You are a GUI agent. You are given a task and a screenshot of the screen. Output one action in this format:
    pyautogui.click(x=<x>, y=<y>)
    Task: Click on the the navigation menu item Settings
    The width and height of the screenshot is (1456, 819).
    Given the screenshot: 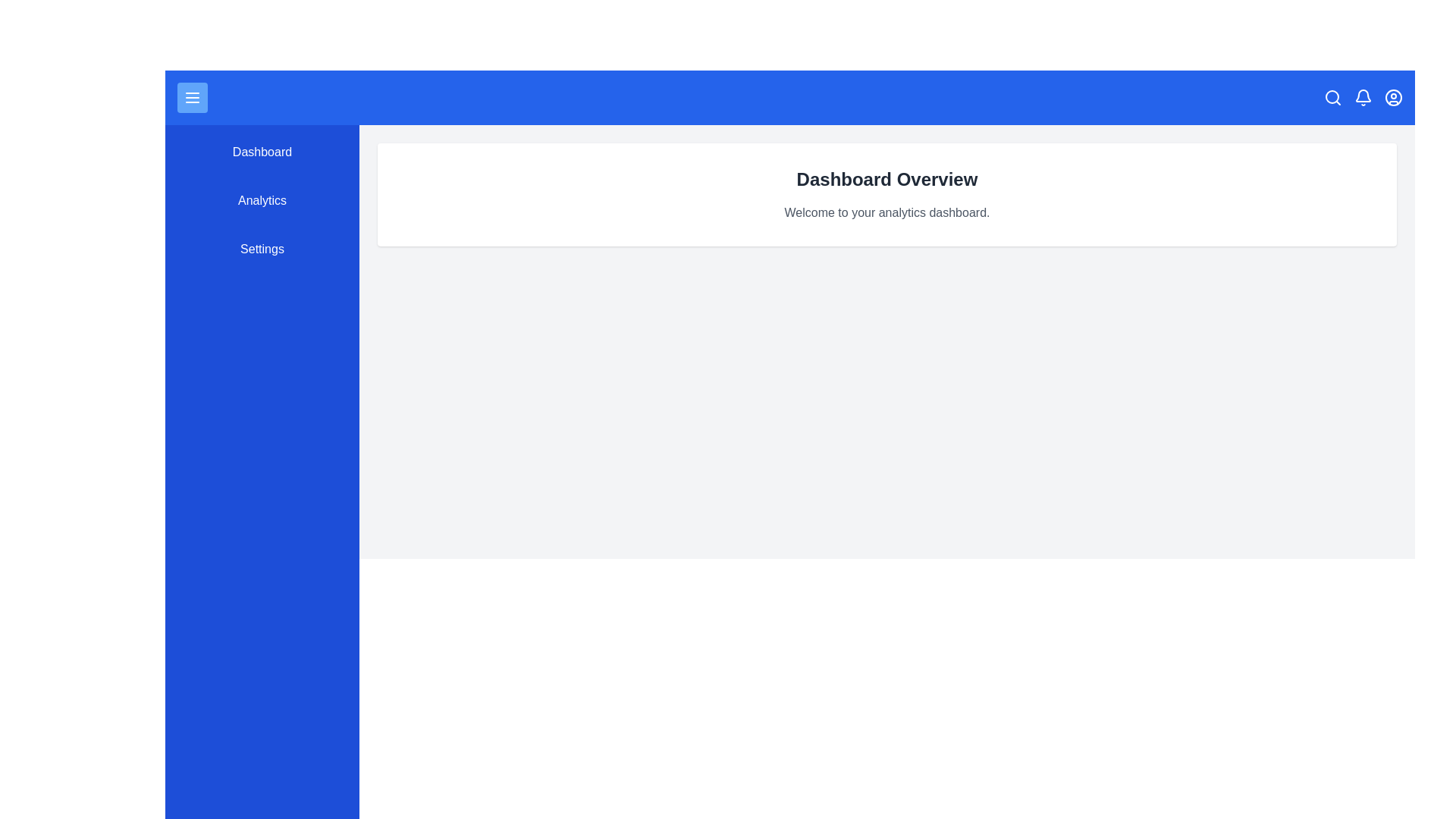 What is the action you would take?
    pyautogui.click(x=262, y=248)
    